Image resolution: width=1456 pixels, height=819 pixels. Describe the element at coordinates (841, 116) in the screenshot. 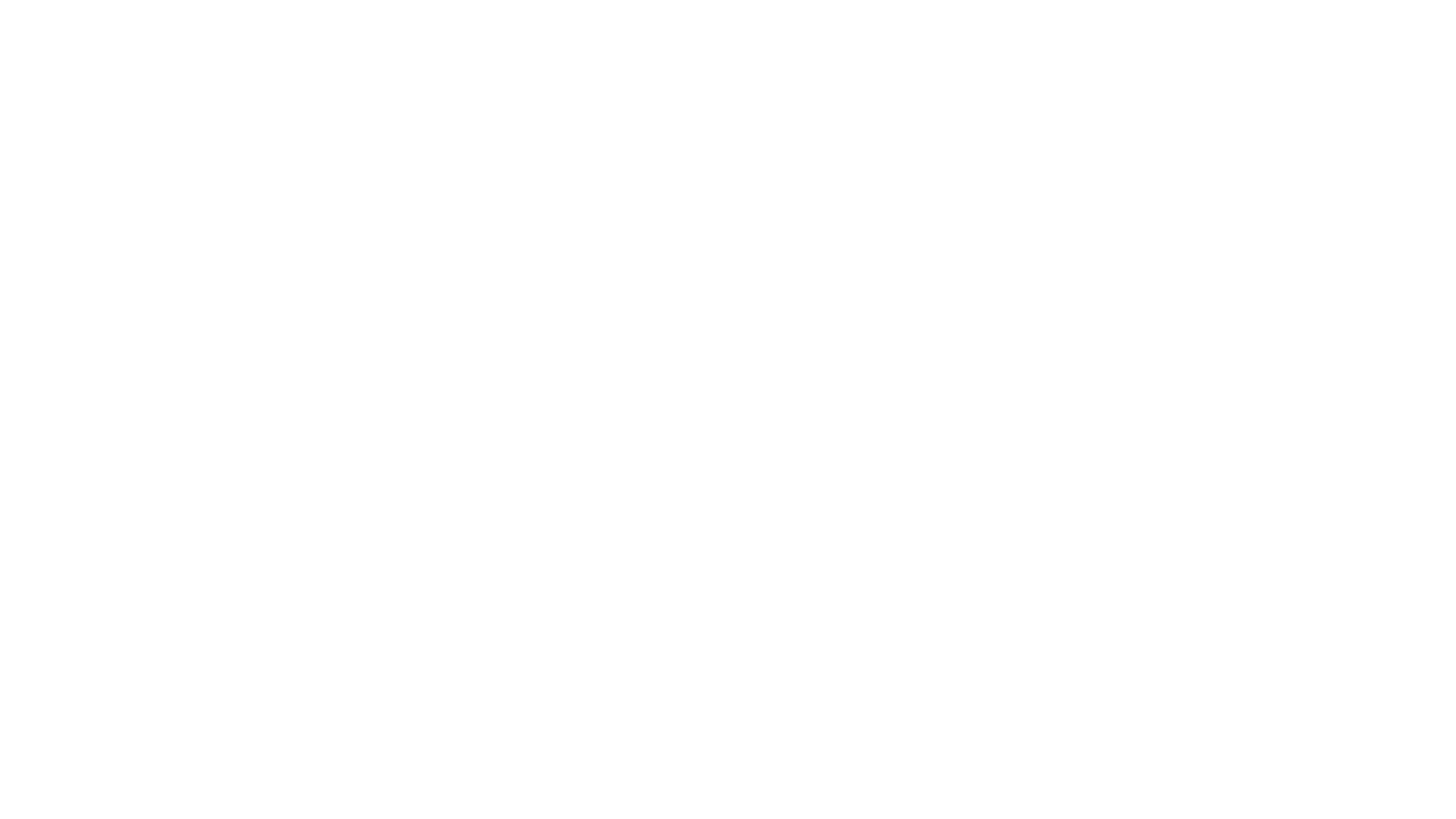

I see `INFORMATIONS COVID-19` at that location.